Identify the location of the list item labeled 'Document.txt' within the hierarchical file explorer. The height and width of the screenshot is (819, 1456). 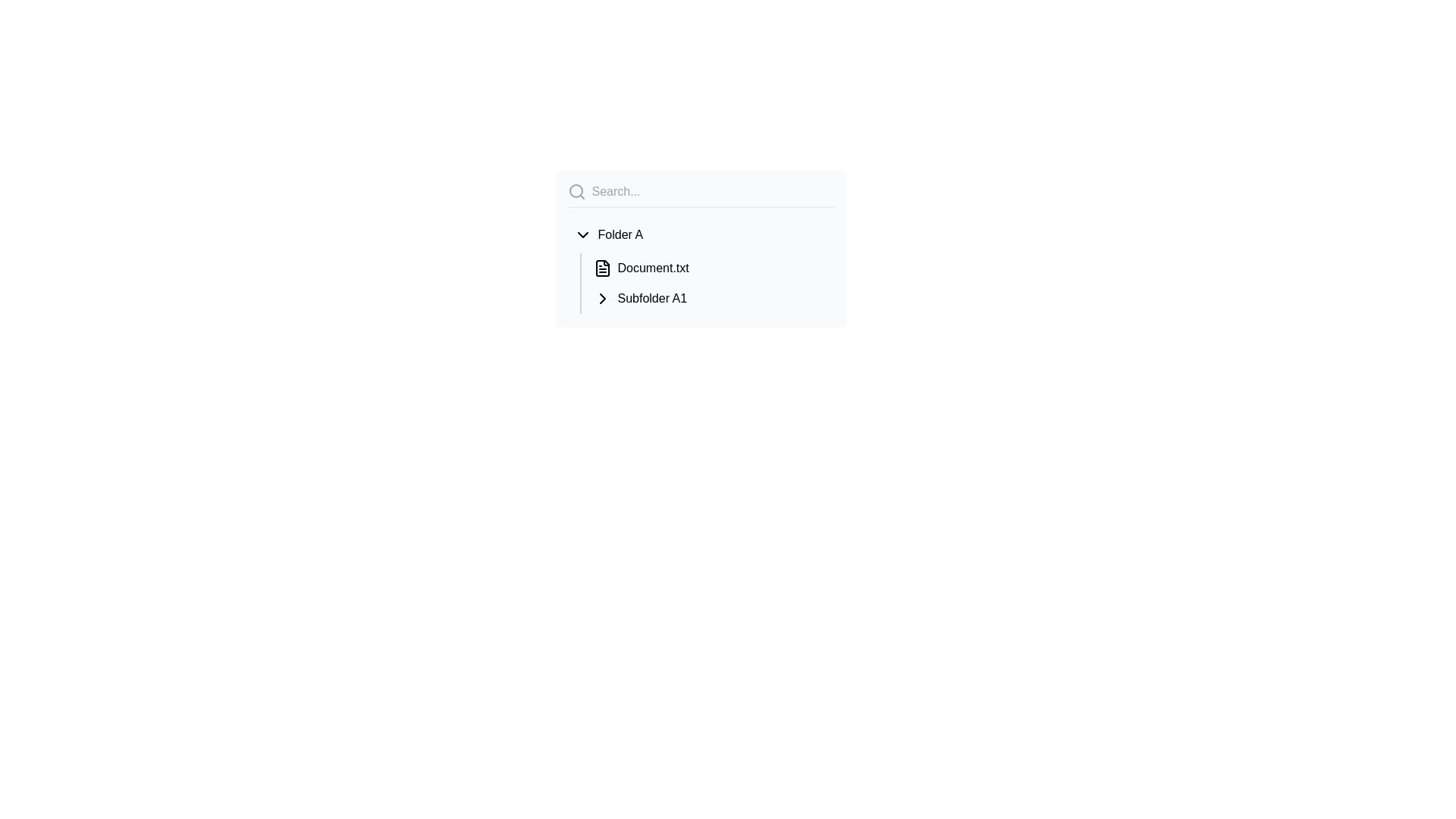
(700, 265).